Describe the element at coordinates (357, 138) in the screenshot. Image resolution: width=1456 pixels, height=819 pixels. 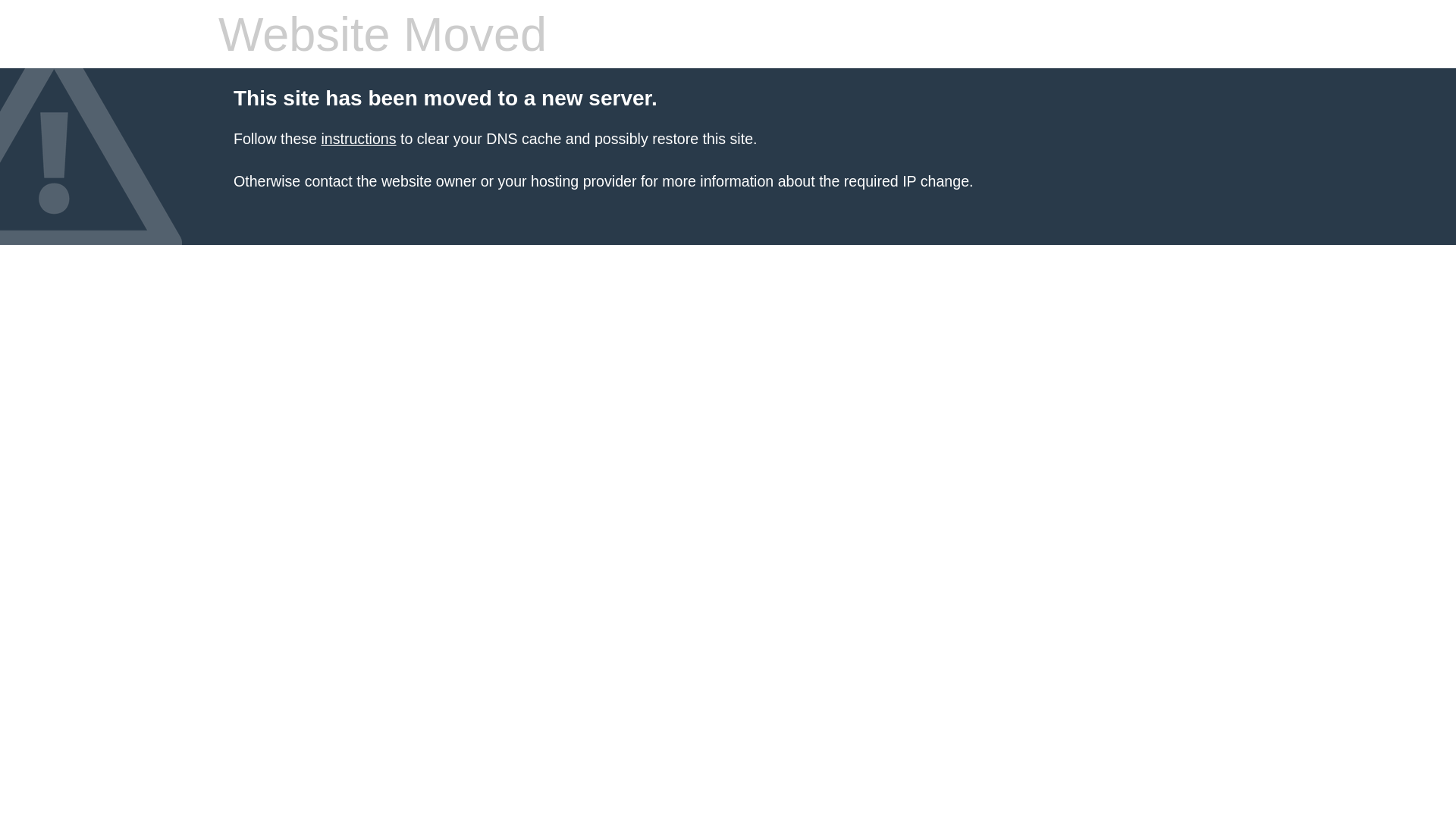
I see `'instructions'` at that location.